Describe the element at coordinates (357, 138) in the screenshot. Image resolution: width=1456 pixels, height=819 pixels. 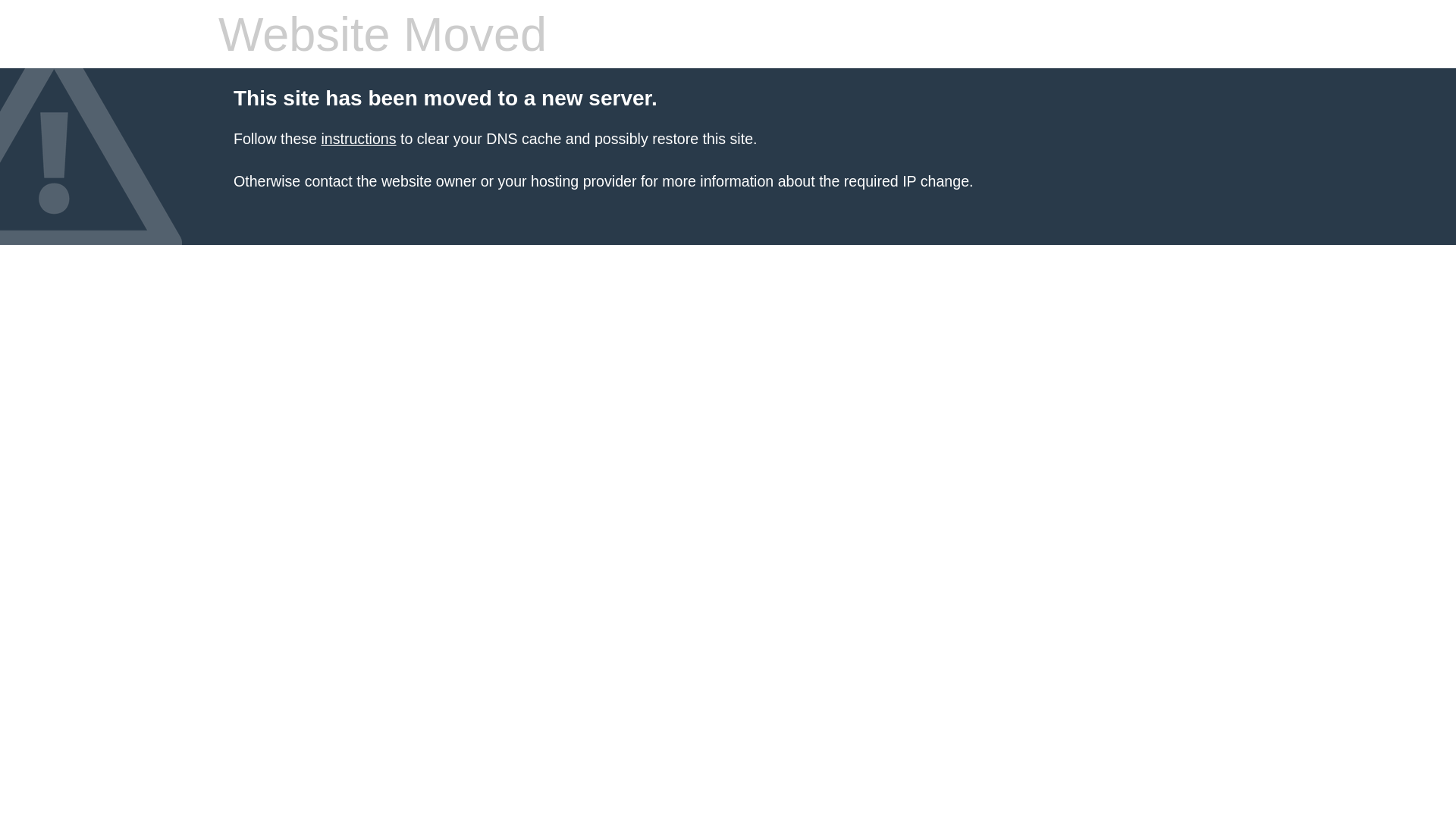
I see `'instructions'` at that location.